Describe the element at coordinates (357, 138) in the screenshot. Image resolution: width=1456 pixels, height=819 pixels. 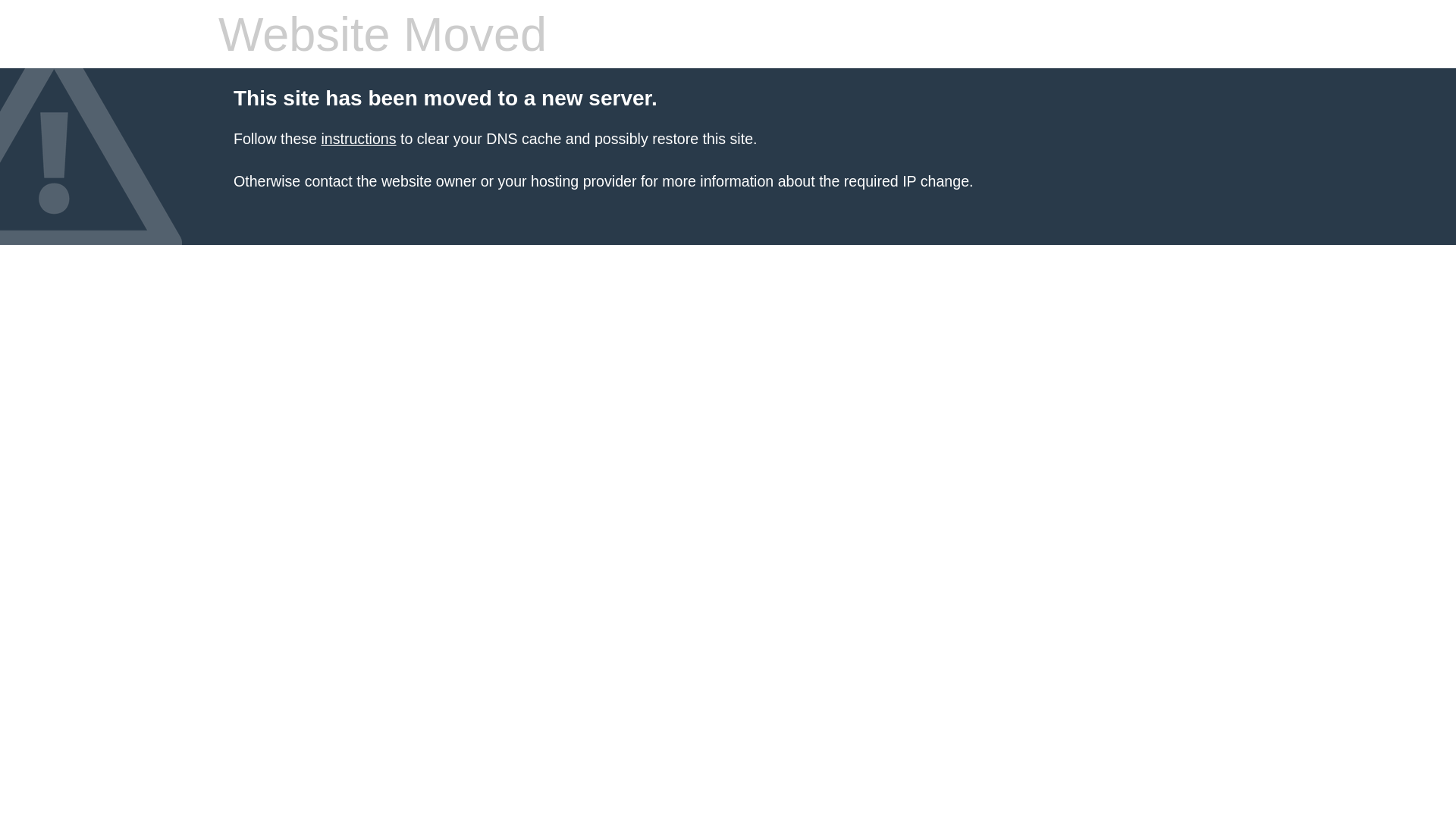
I see `'instructions'` at that location.